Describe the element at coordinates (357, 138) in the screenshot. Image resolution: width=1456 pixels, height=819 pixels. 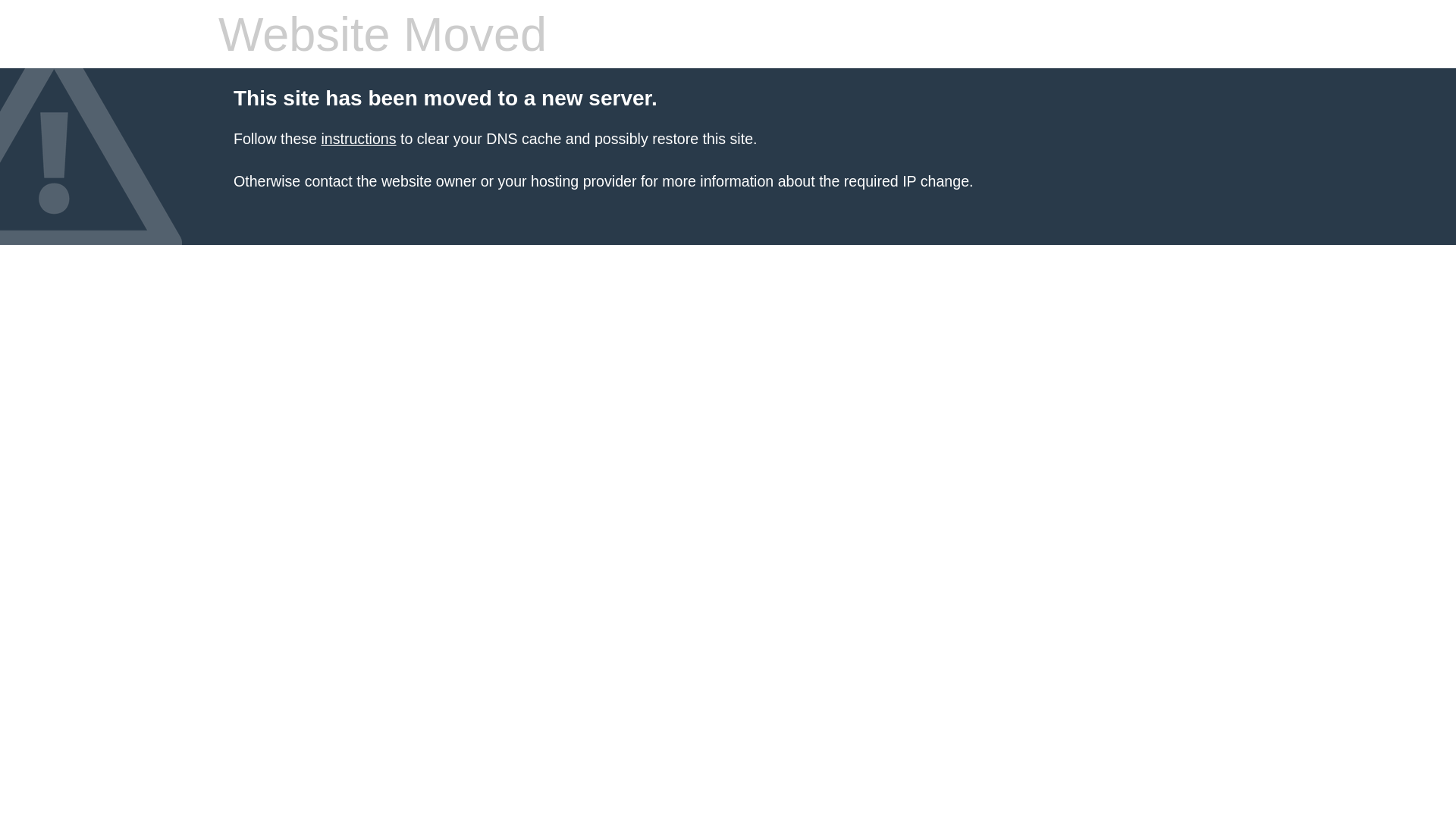
I see `'instructions'` at that location.